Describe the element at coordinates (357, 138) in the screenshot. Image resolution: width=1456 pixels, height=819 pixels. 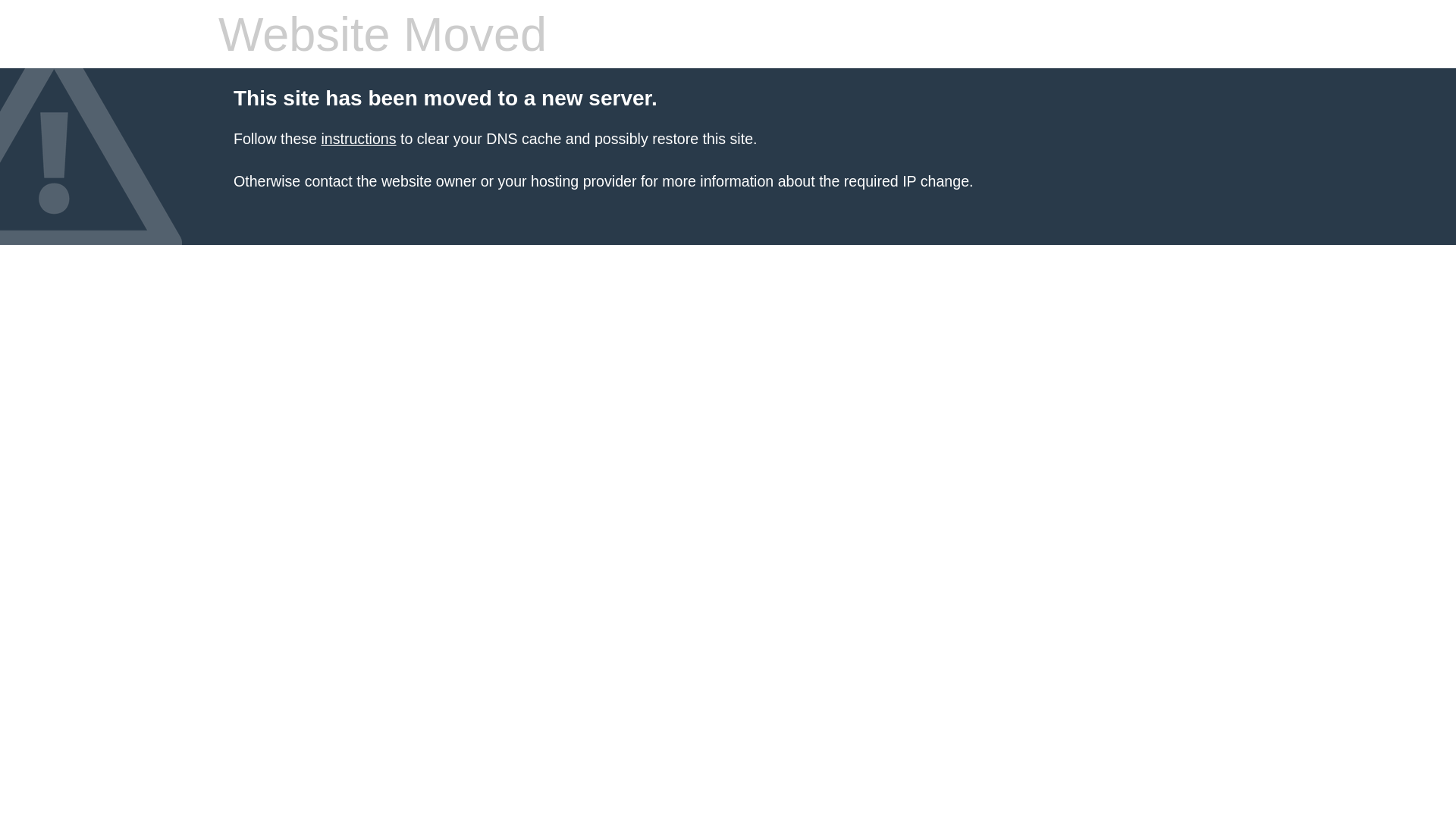
I see `'instructions'` at that location.